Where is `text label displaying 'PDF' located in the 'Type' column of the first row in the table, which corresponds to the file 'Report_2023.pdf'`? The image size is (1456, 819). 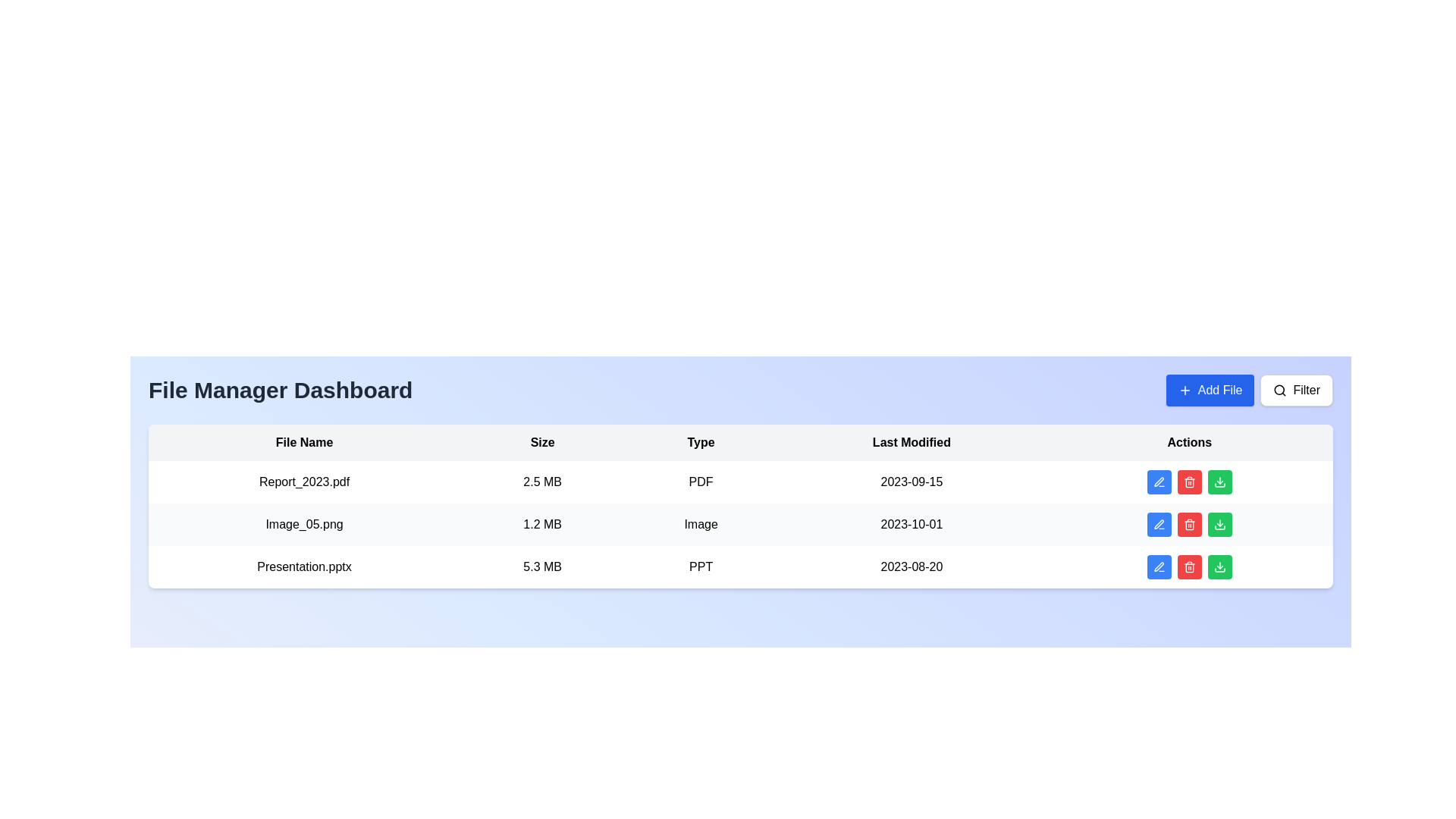 text label displaying 'PDF' located in the 'Type' column of the first row in the table, which corresponds to the file 'Report_2023.pdf' is located at coordinates (700, 482).